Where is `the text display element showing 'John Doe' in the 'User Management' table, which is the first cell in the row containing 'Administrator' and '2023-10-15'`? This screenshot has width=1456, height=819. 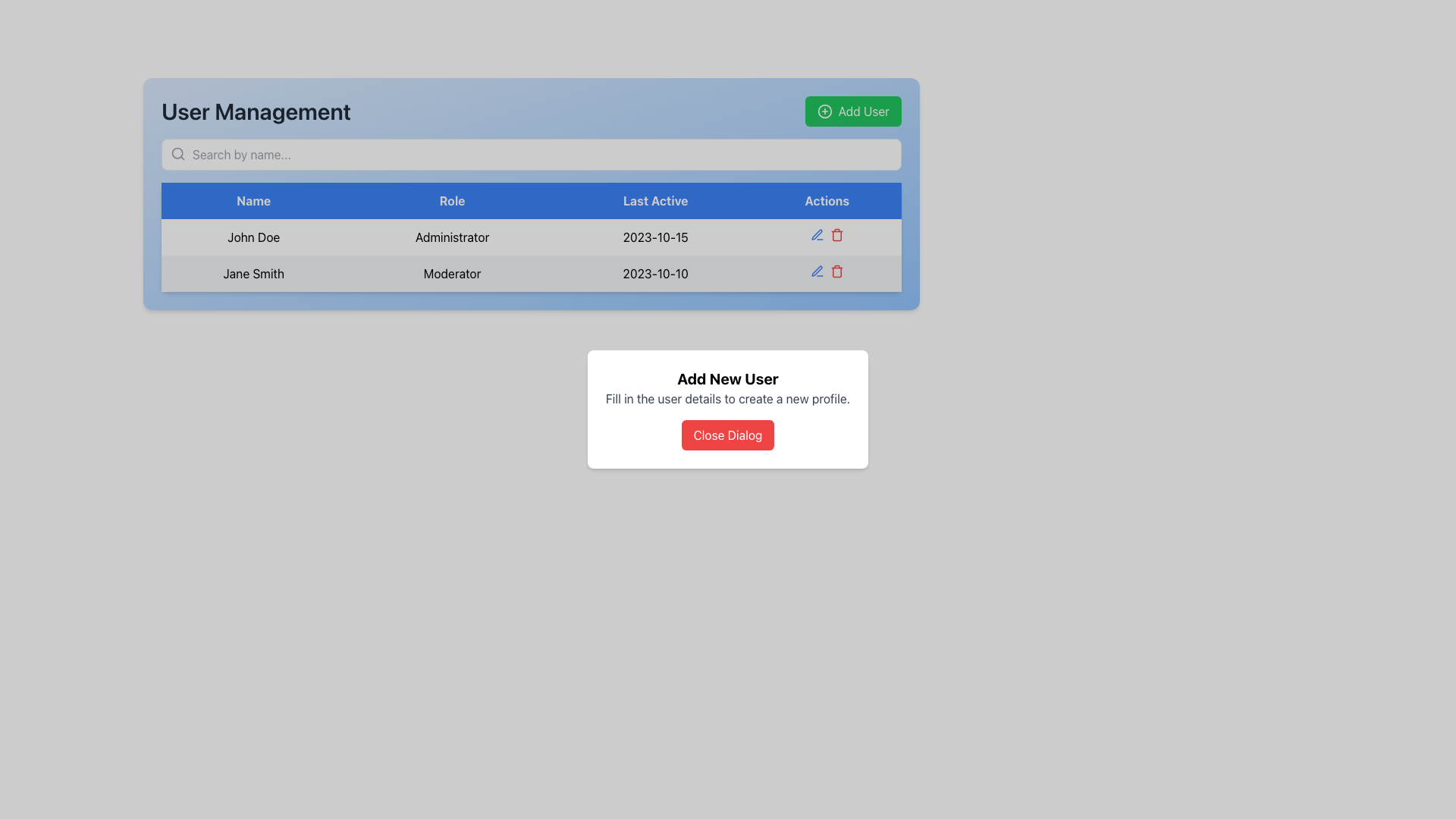 the text display element showing 'John Doe' in the 'User Management' table, which is the first cell in the row containing 'Administrator' and '2023-10-15' is located at coordinates (253, 237).